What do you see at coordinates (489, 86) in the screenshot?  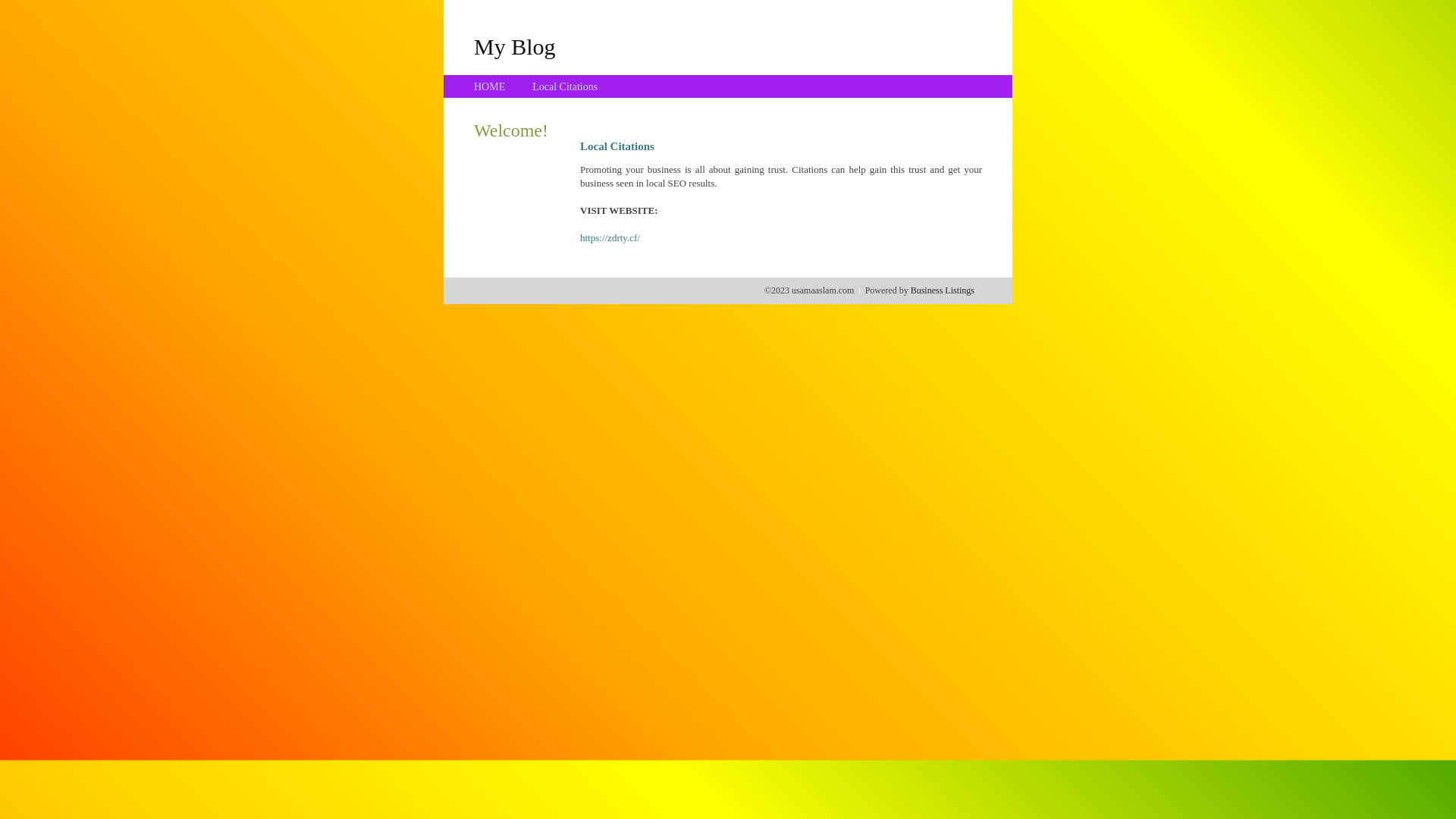 I see `'HOME'` at bounding box center [489, 86].